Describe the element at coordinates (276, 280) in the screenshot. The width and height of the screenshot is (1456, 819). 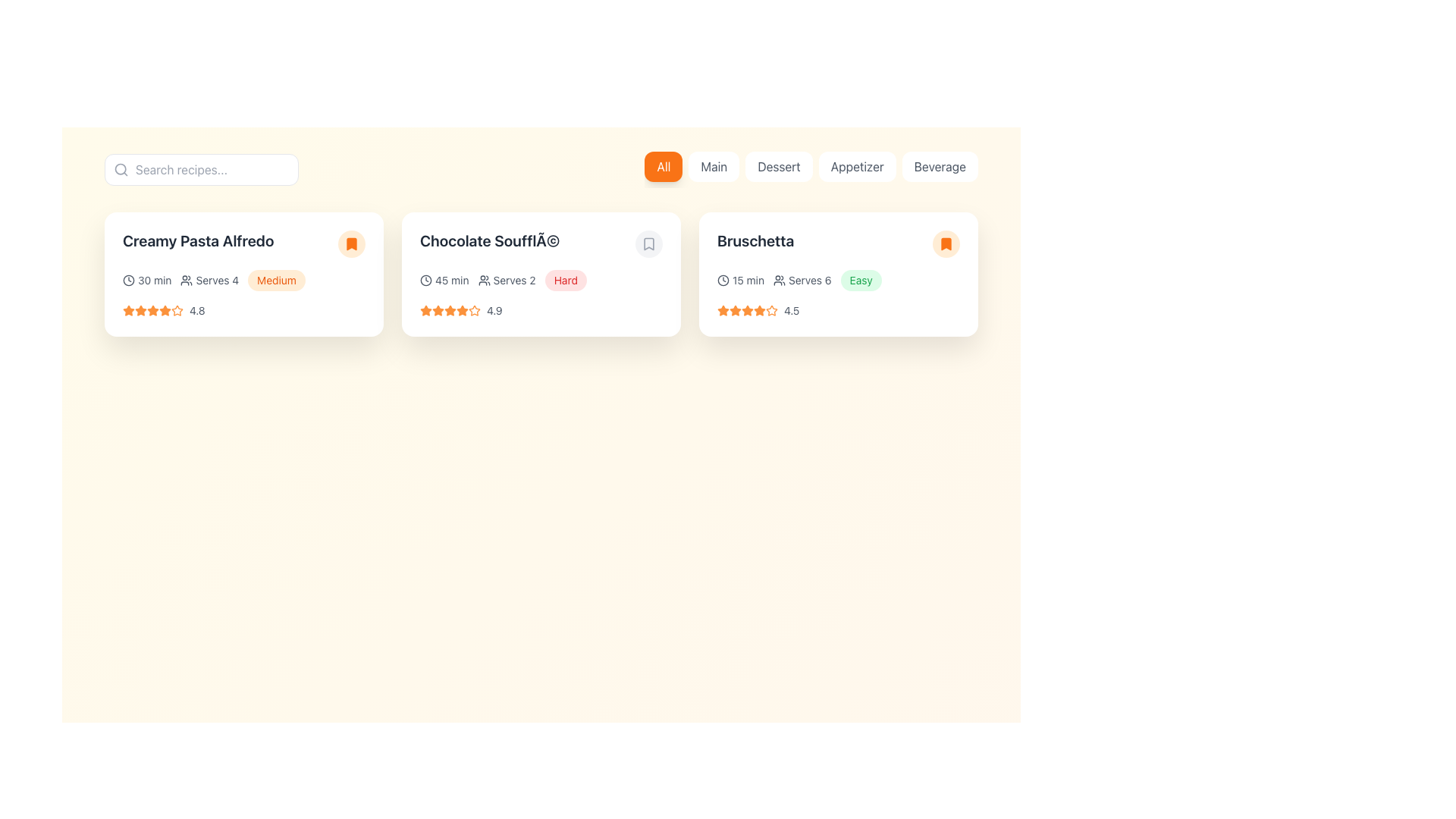
I see `displayed text from the difficulty level label of the 'Creamy Pasta Alfredo' recipe, which is centrally positioned within a rounded pill-shaped badge in the leftmost column` at that location.